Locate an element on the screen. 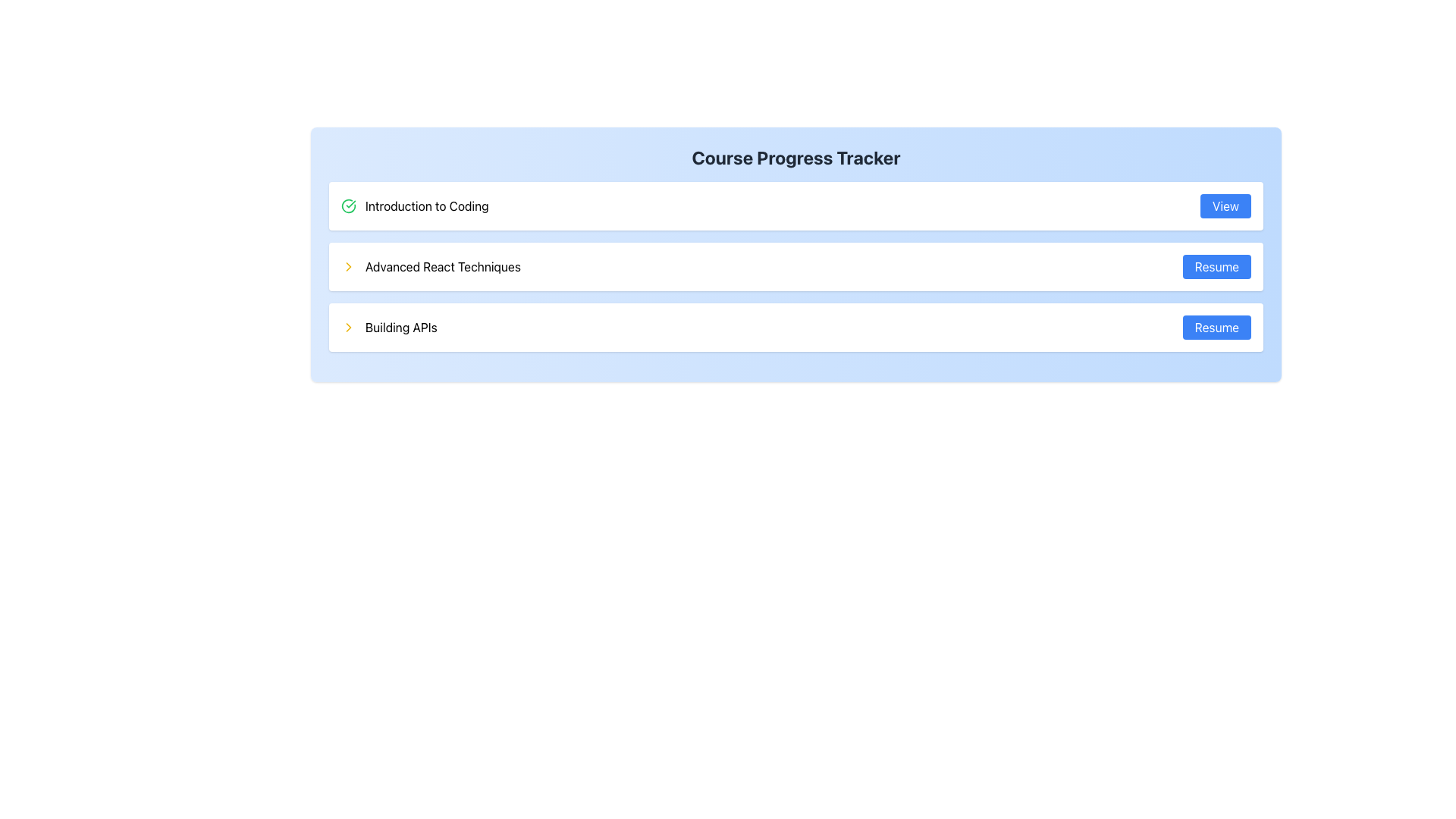 The height and width of the screenshot is (819, 1456). the text label displaying 'Introduction to Coding' is located at coordinates (426, 206).